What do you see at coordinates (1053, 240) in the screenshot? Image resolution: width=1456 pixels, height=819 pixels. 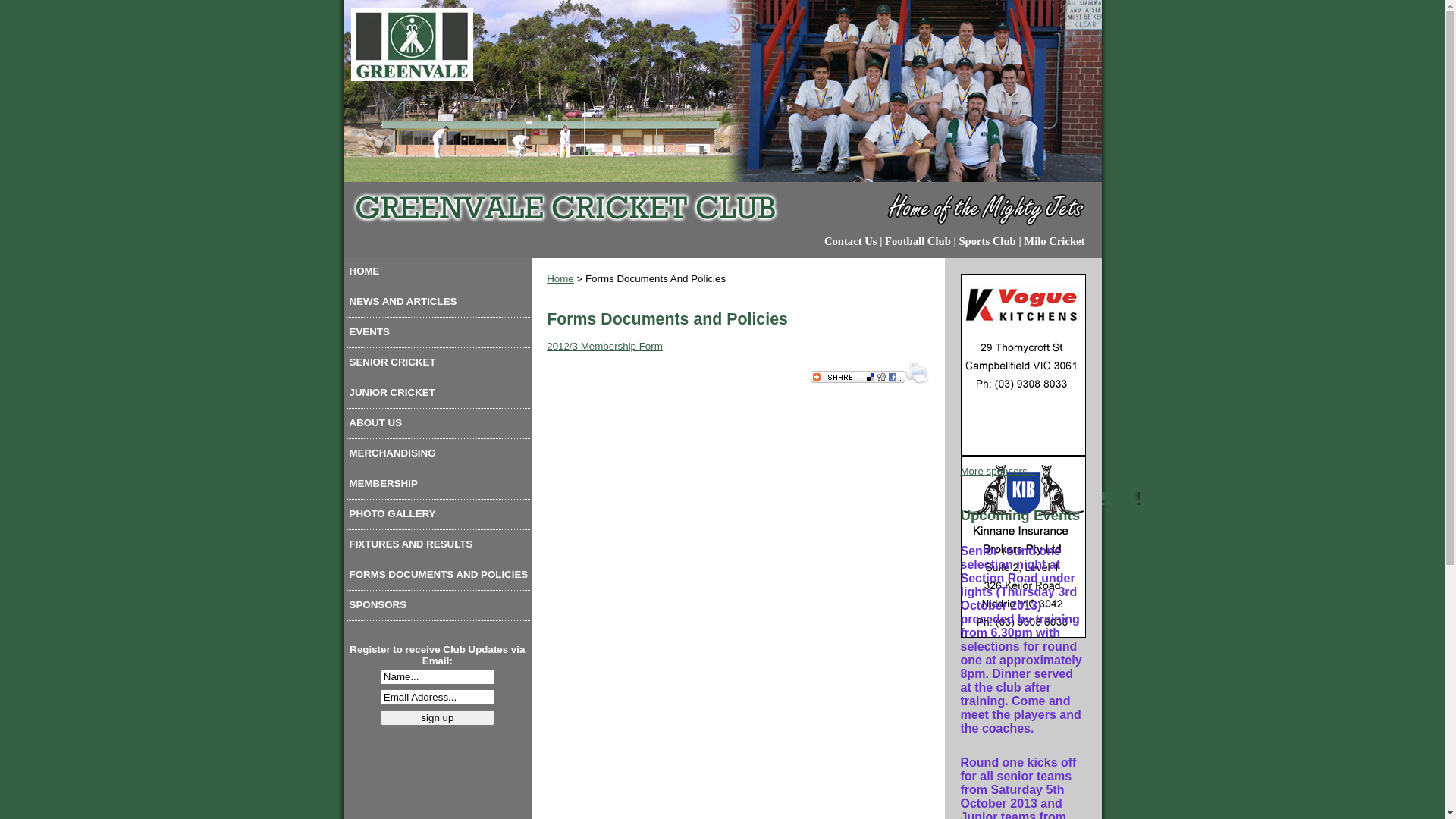 I see `'Milo Cricket'` at bounding box center [1053, 240].